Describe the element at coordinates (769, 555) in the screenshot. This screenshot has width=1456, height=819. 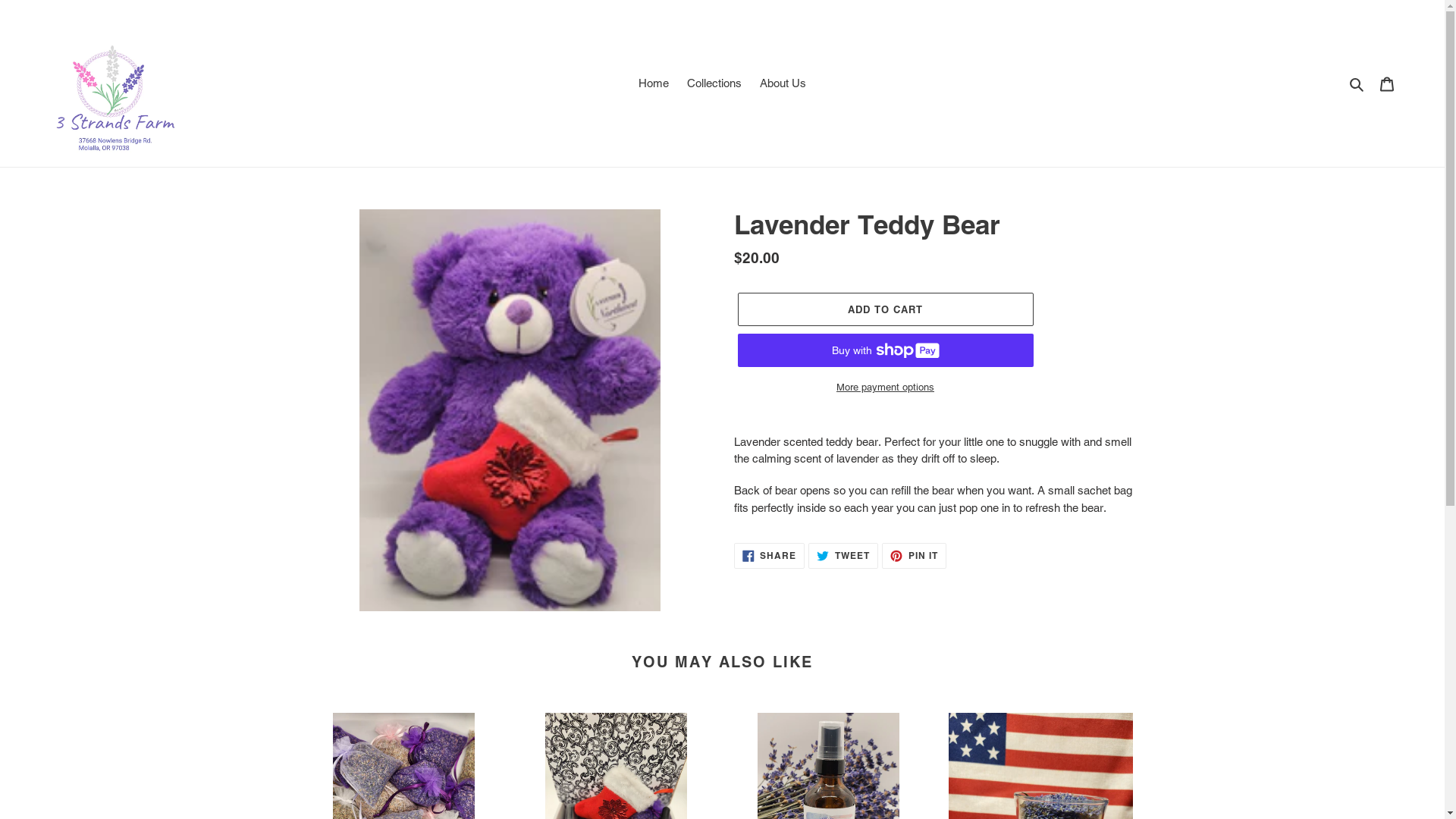
I see `'SHARE` at that location.